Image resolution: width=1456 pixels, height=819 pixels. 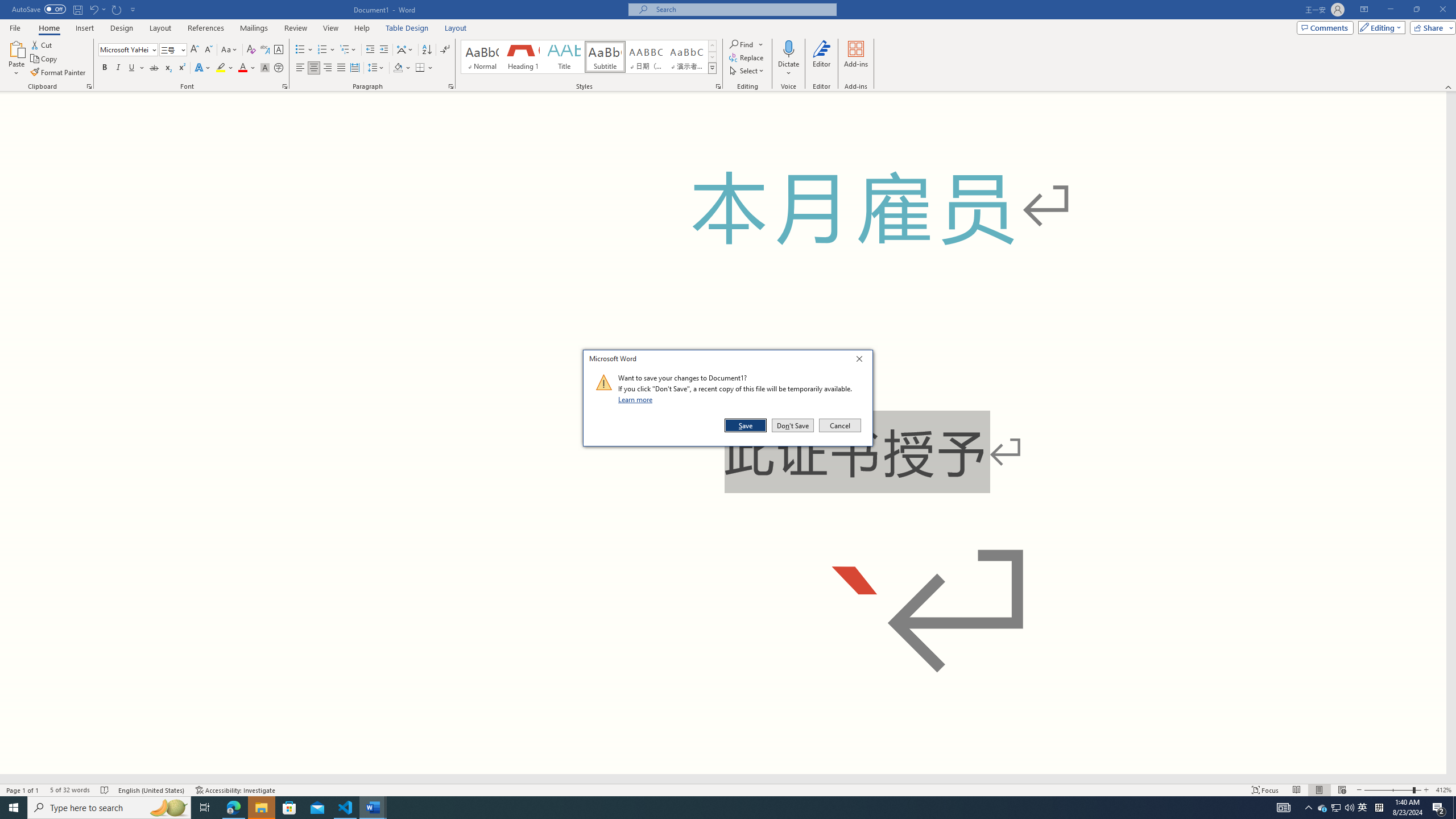 What do you see at coordinates (14, 27) in the screenshot?
I see `'File Tab'` at bounding box center [14, 27].